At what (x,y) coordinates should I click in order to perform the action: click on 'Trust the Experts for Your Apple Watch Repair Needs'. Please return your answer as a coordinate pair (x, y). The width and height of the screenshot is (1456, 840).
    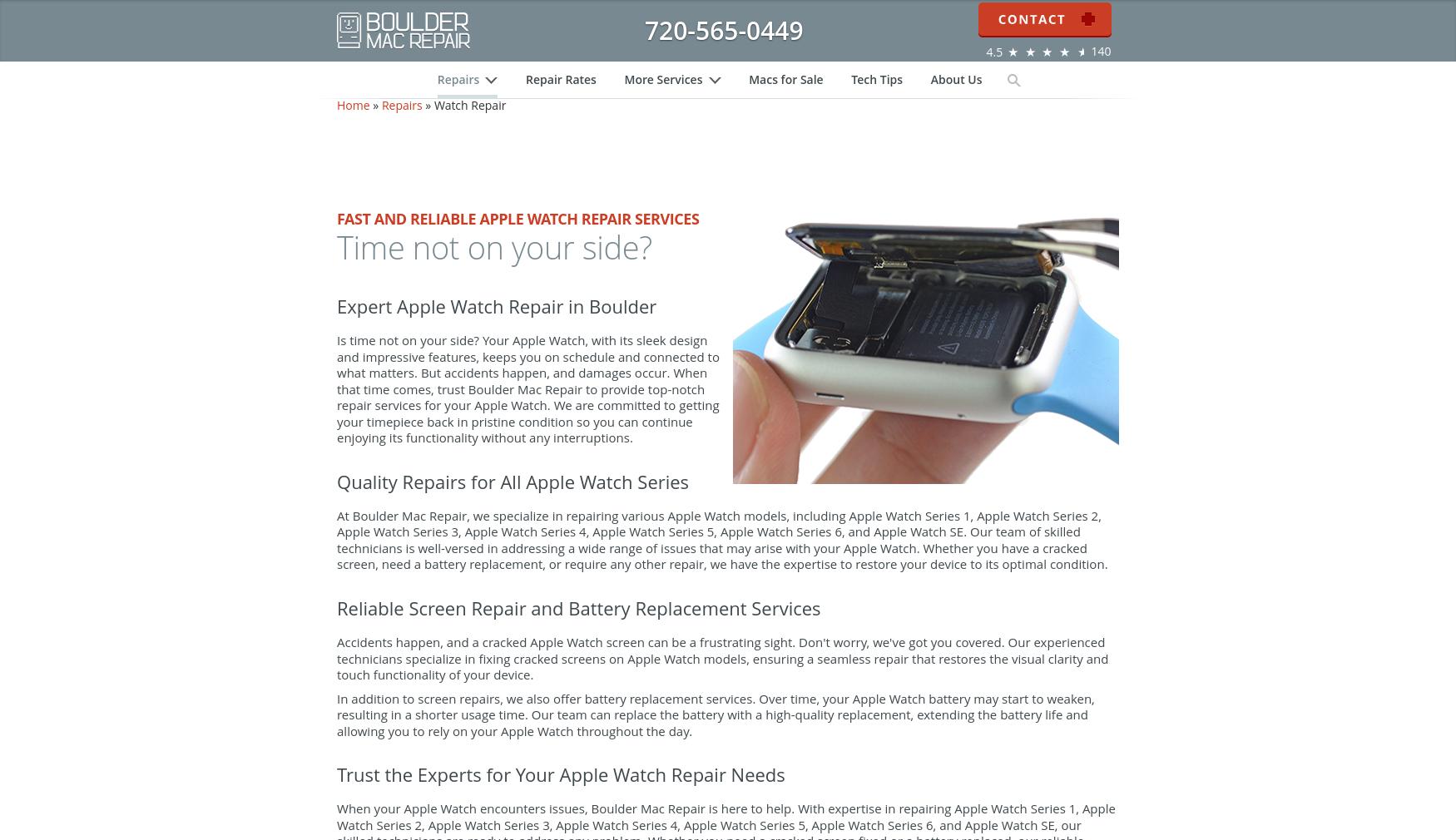
    Looking at the image, I should click on (559, 808).